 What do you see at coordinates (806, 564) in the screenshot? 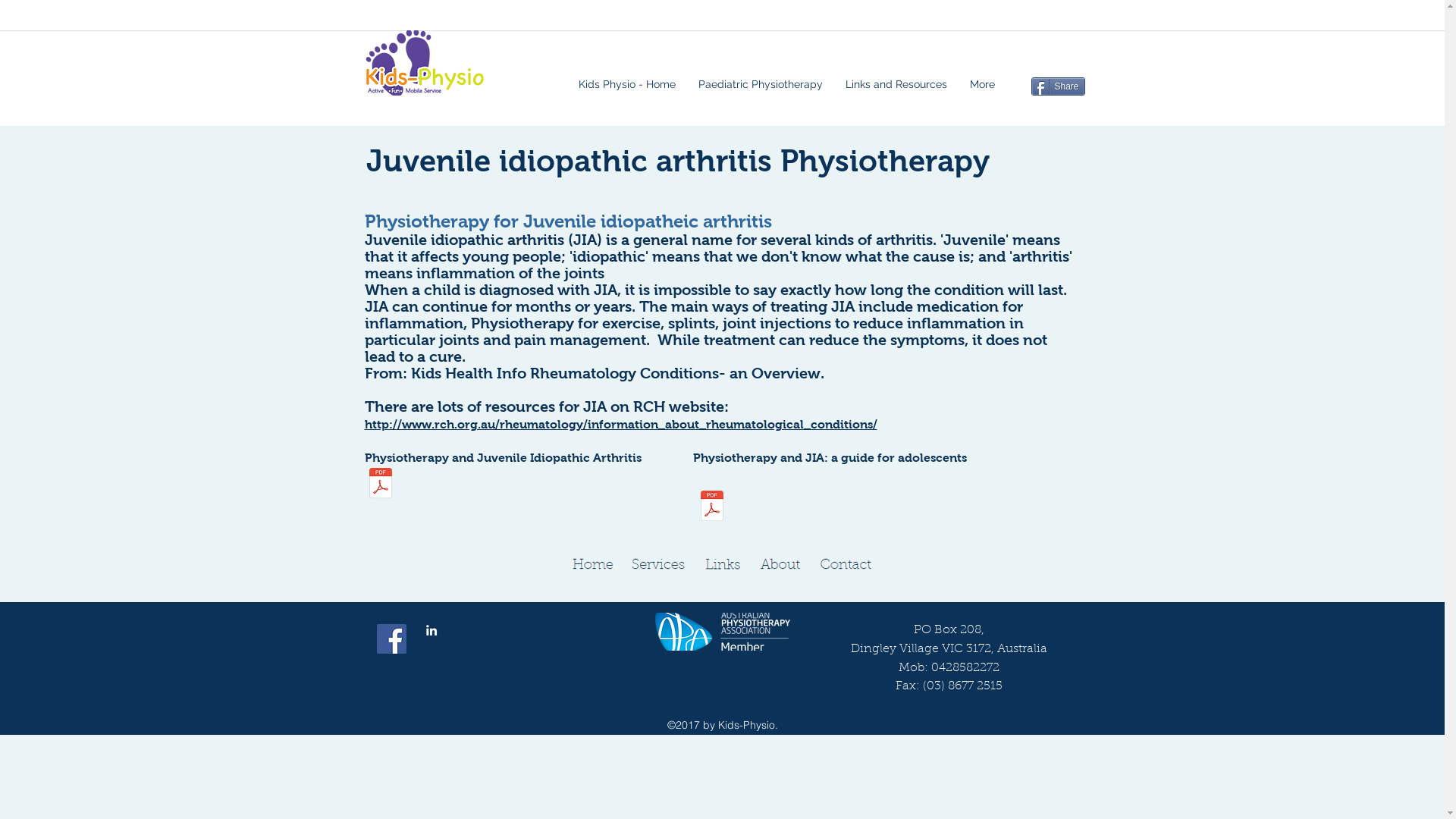
I see `'Contact Kids-Physio'` at bounding box center [806, 564].